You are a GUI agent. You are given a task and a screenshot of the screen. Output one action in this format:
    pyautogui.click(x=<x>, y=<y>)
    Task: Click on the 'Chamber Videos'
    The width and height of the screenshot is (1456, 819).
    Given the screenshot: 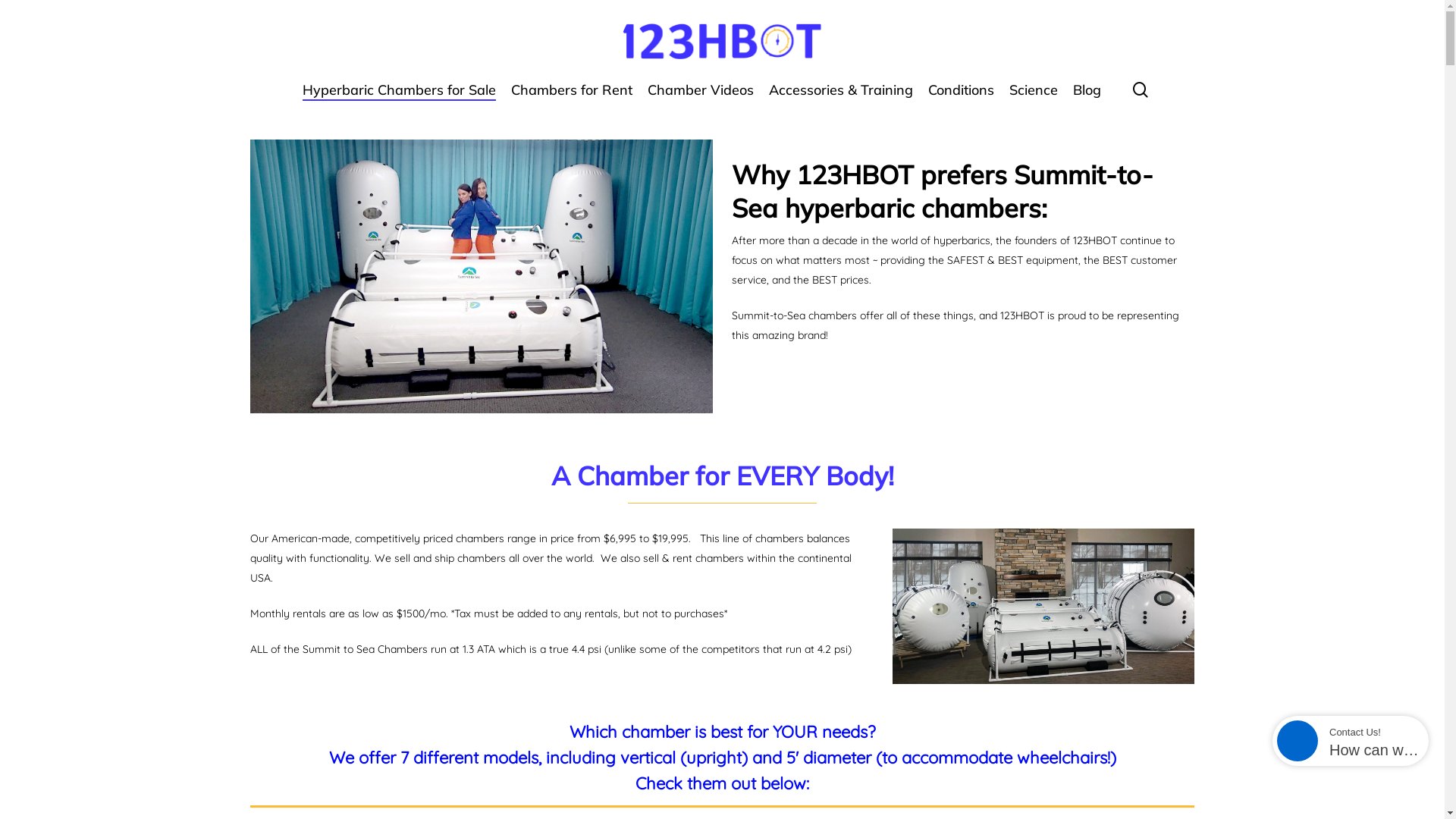 What is the action you would take?
    pyautogui.click(x=699, y=97)
    